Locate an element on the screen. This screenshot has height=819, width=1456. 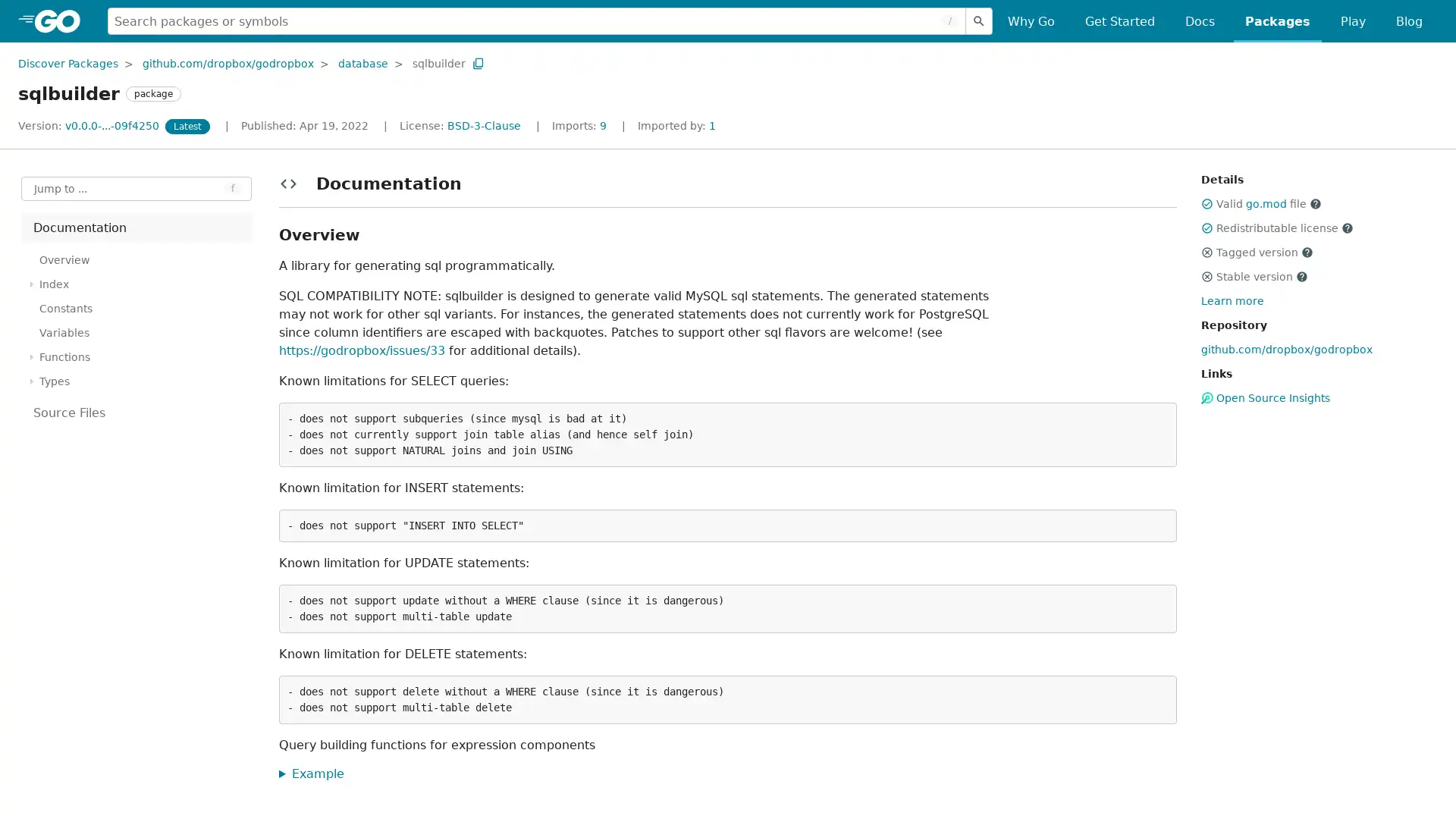
Copy Path to Clipboard is located at coordinates (477, 62).